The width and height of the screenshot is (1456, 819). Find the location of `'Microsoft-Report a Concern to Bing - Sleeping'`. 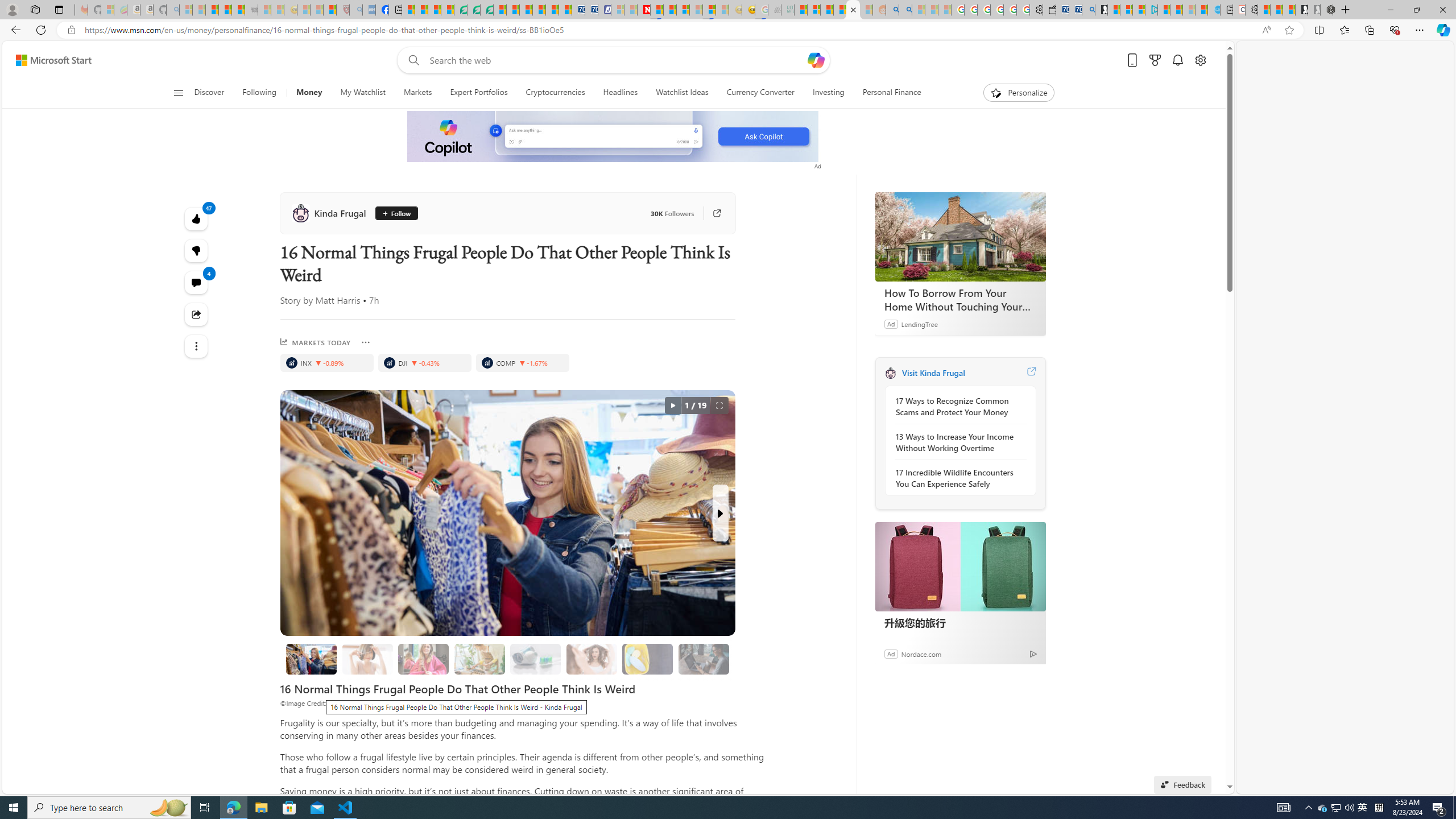

'Microsoft-Report a Concern to Bing - Sleeping' is located at coordinates (107, 9).